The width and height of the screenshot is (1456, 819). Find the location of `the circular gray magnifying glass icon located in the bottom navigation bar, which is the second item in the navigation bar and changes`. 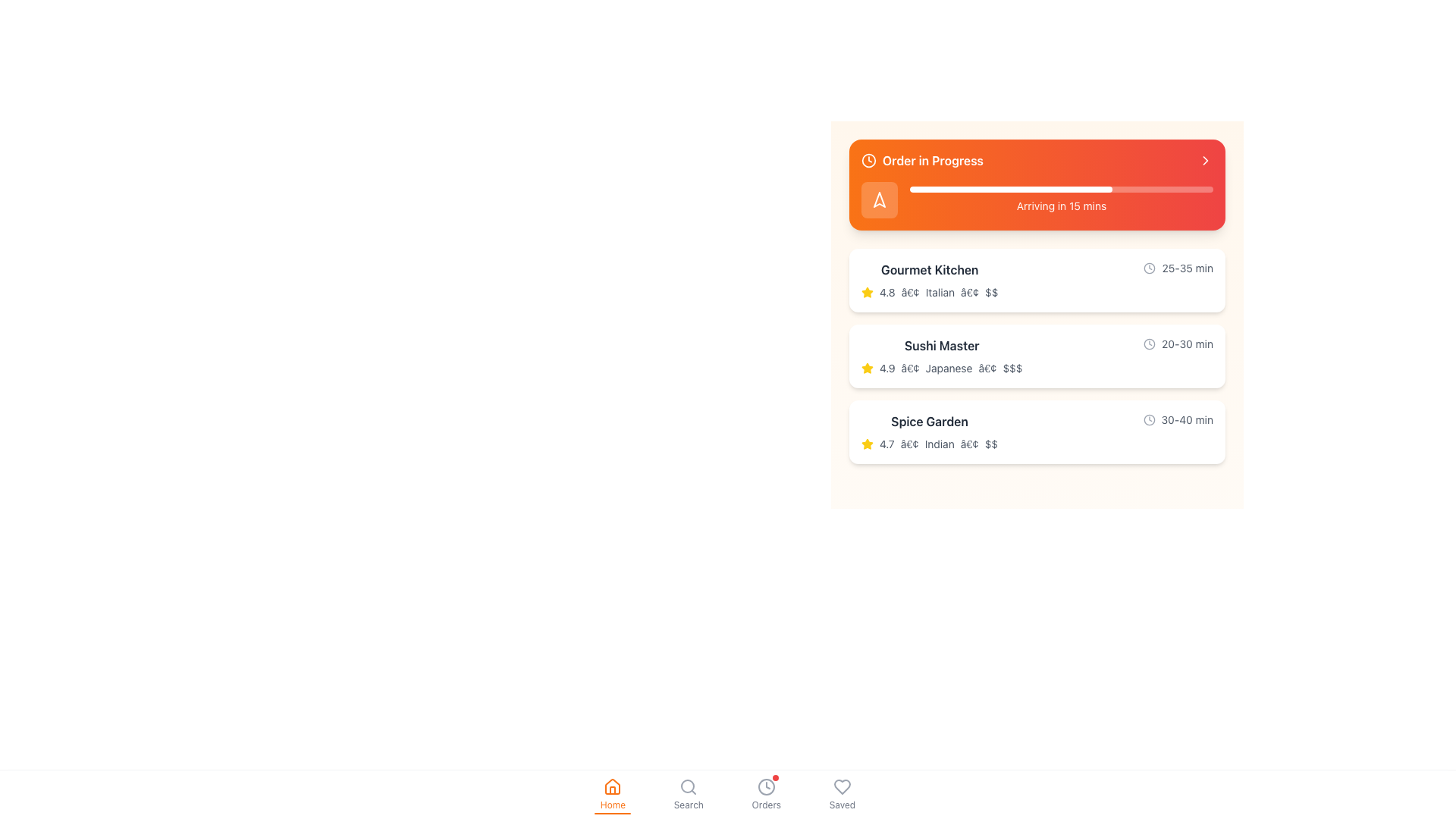

the circular gray magnifying glass icon located in the bottom navigation bar, which is the second item in the navigation bar and changes is located at coordinates (688, 786).